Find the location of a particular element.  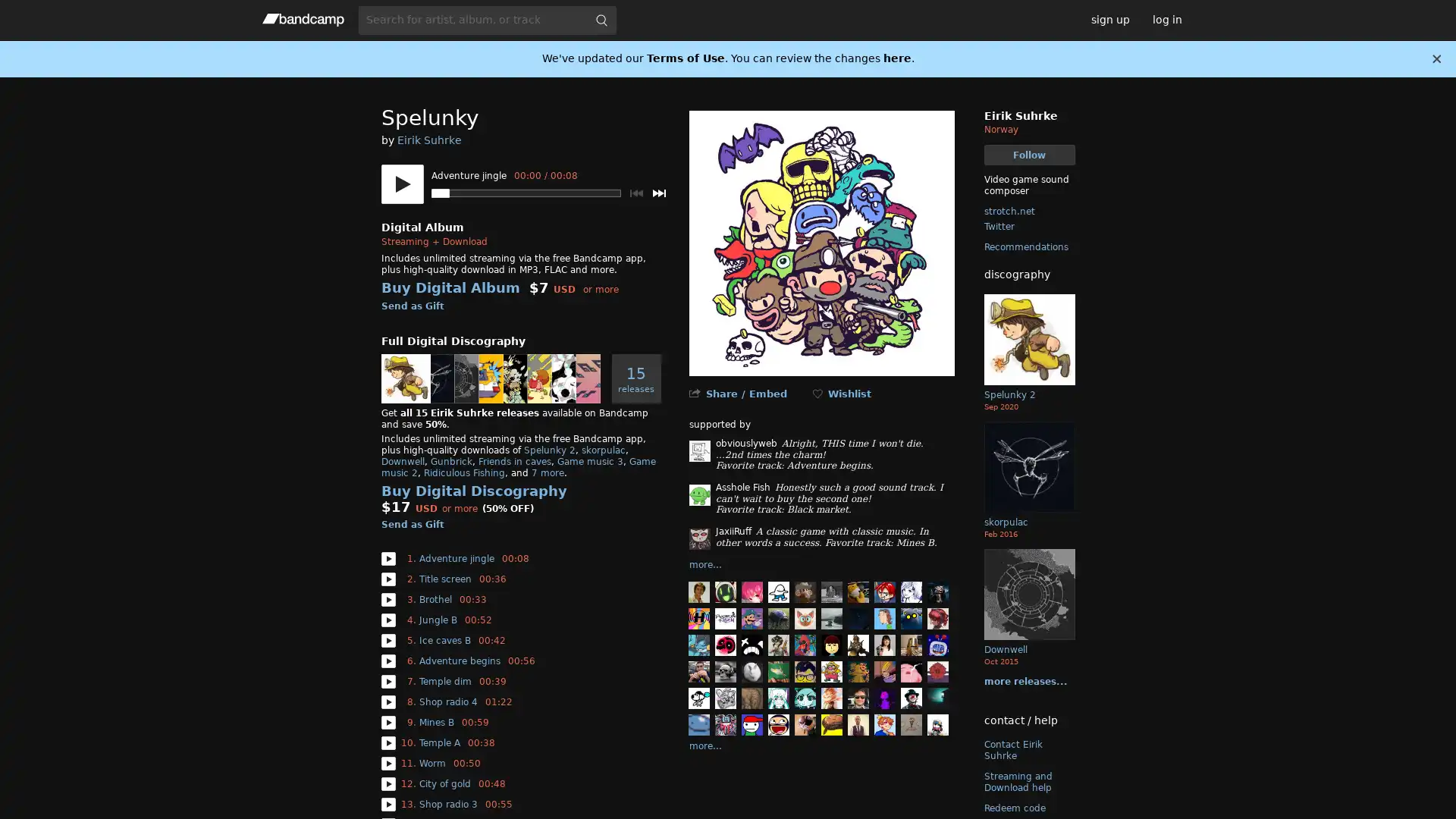

Next track is located at coordinates (658, 192).